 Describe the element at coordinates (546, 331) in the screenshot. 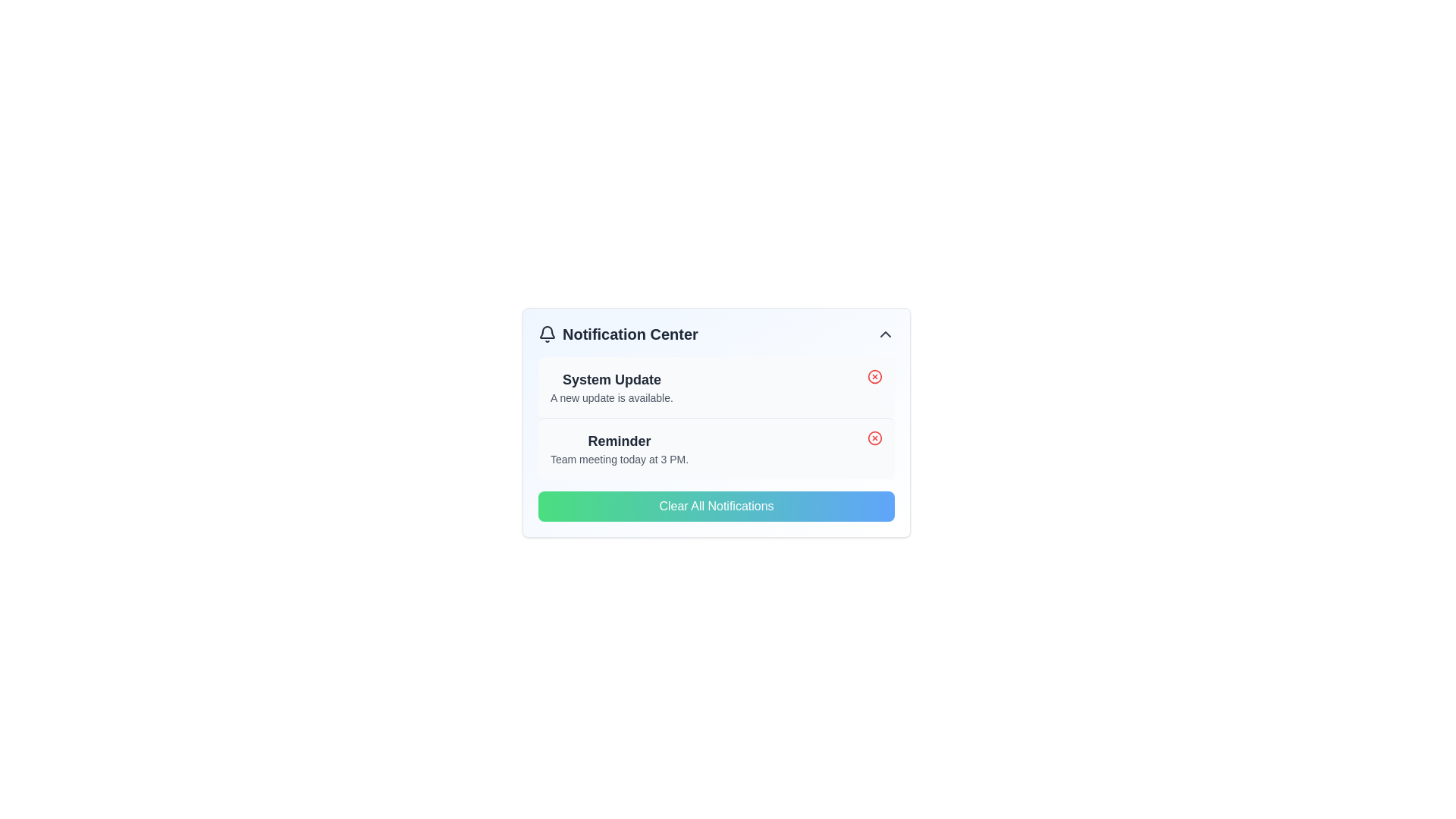

I see `the bell-shaped icon representing notifications in the top-left corner of the notification center panel` at that location.